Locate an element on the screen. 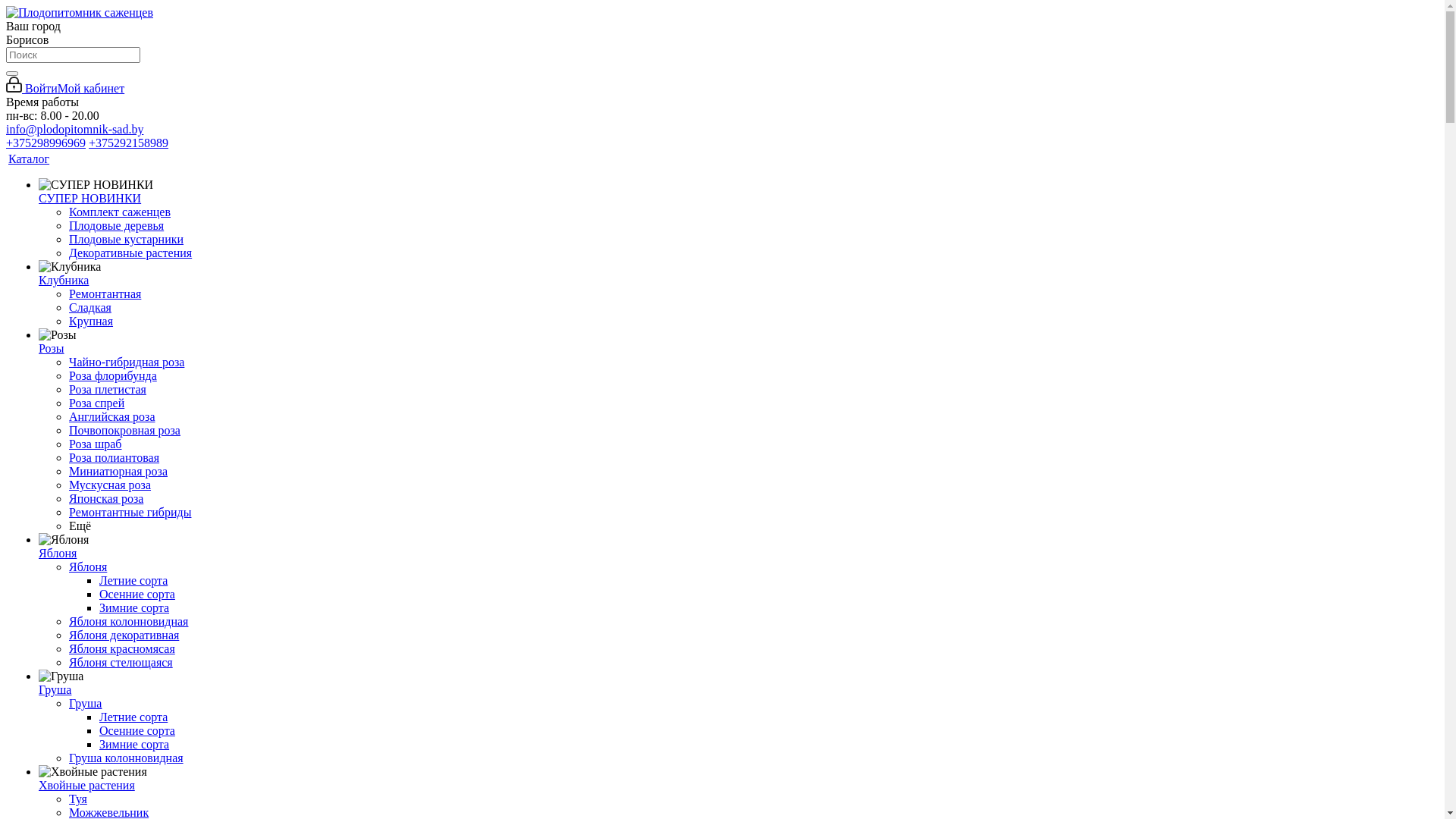 The image size is (1456, 819). 'info@plodopitomnik-sad.by' is located at coordinates (74, 128).